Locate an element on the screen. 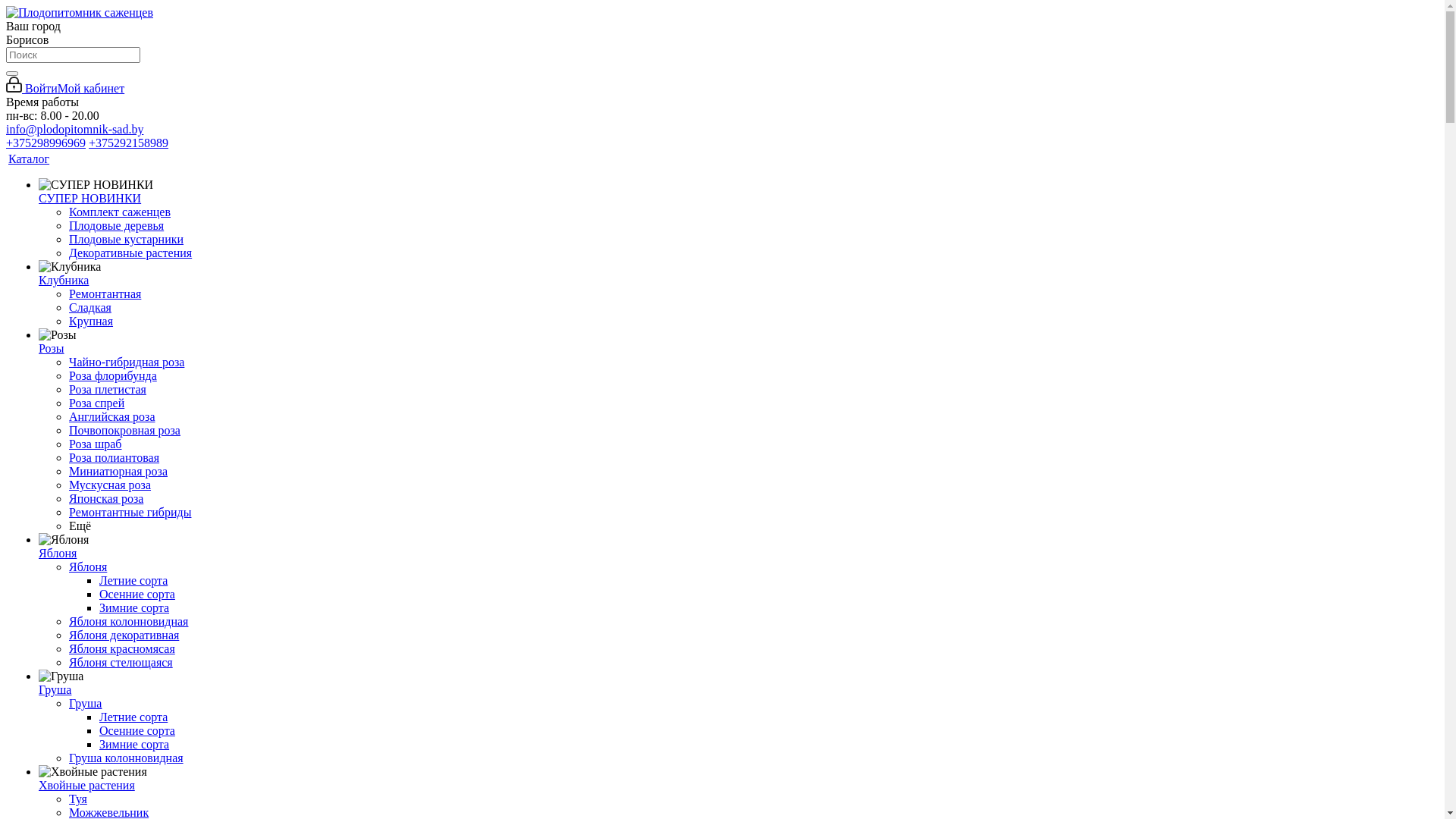 The image size is (1456, 819). 'info@plodopitomnik-sad.by' is located at coordinates (74, 128).